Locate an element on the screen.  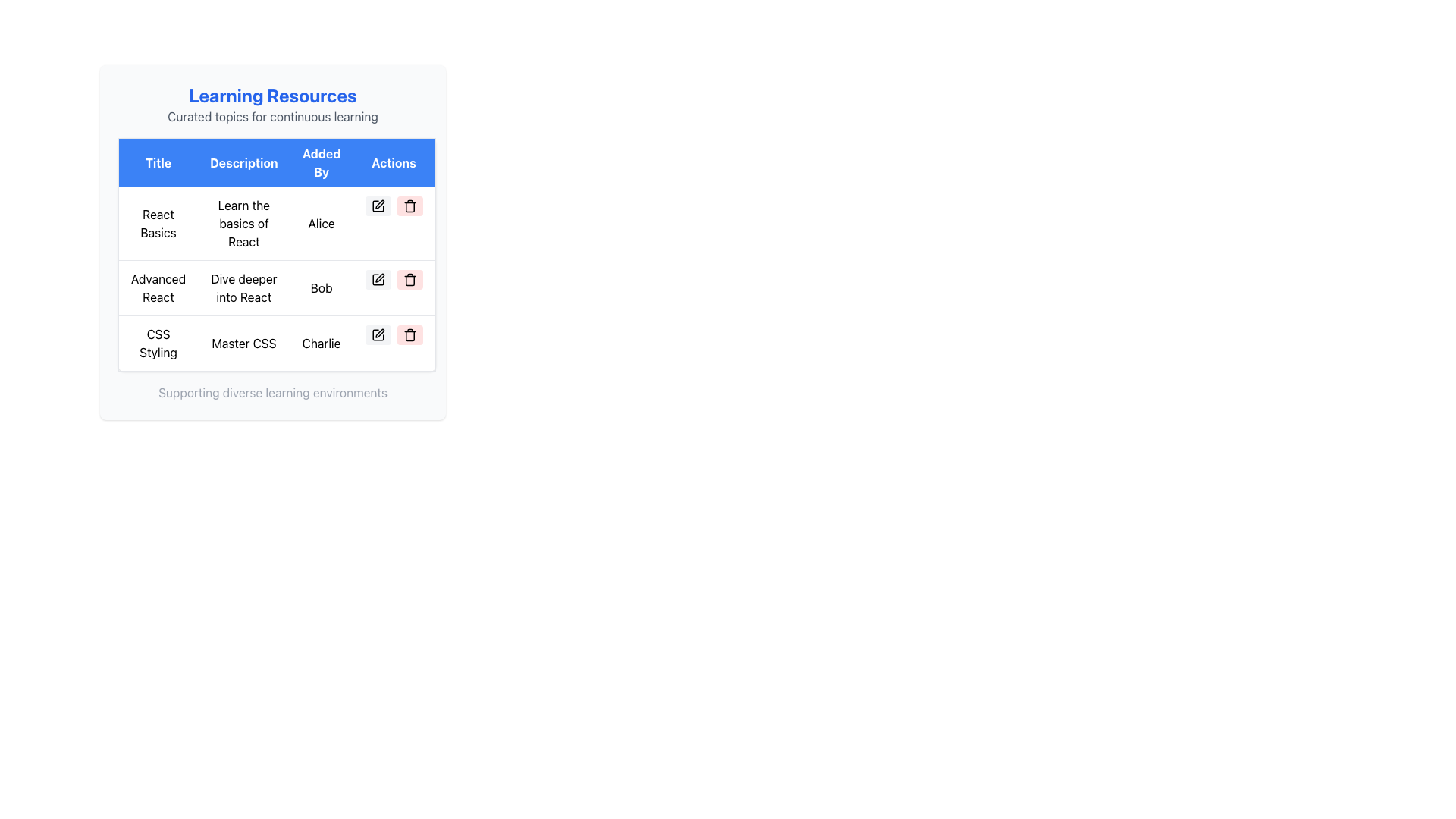
the text label that reads 'Dive deeper into React' located in the second row and second column of the table under the 'Description' column is located at coordinates (243, 288).